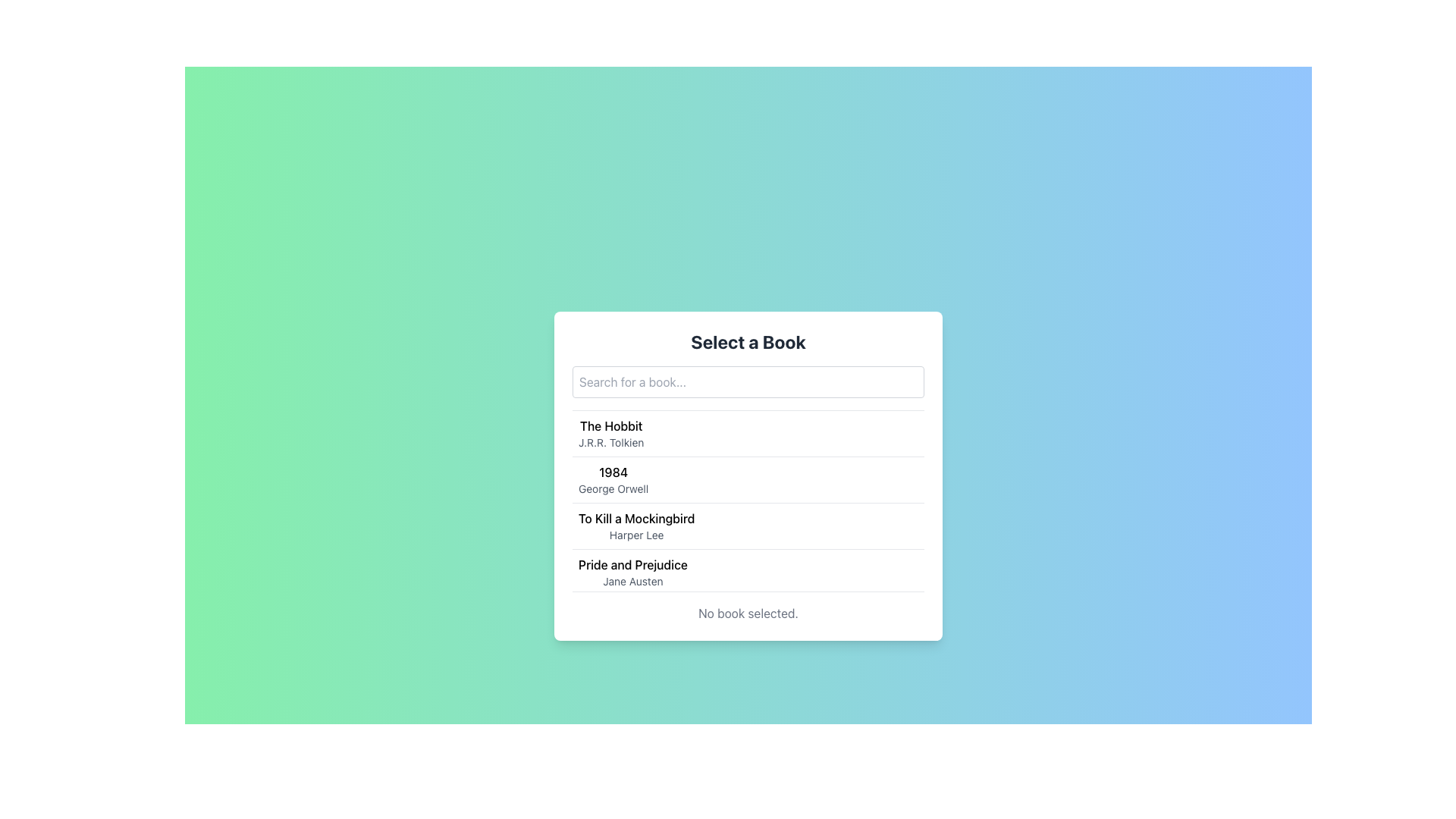 The width and height of the screenshot is (1456, 819). Describe the element at coordinates (632, 573) in the screenshot. I see `the fourth list item displaying 'Pride and Prejudice' by 'Jane Austen'` at that location.